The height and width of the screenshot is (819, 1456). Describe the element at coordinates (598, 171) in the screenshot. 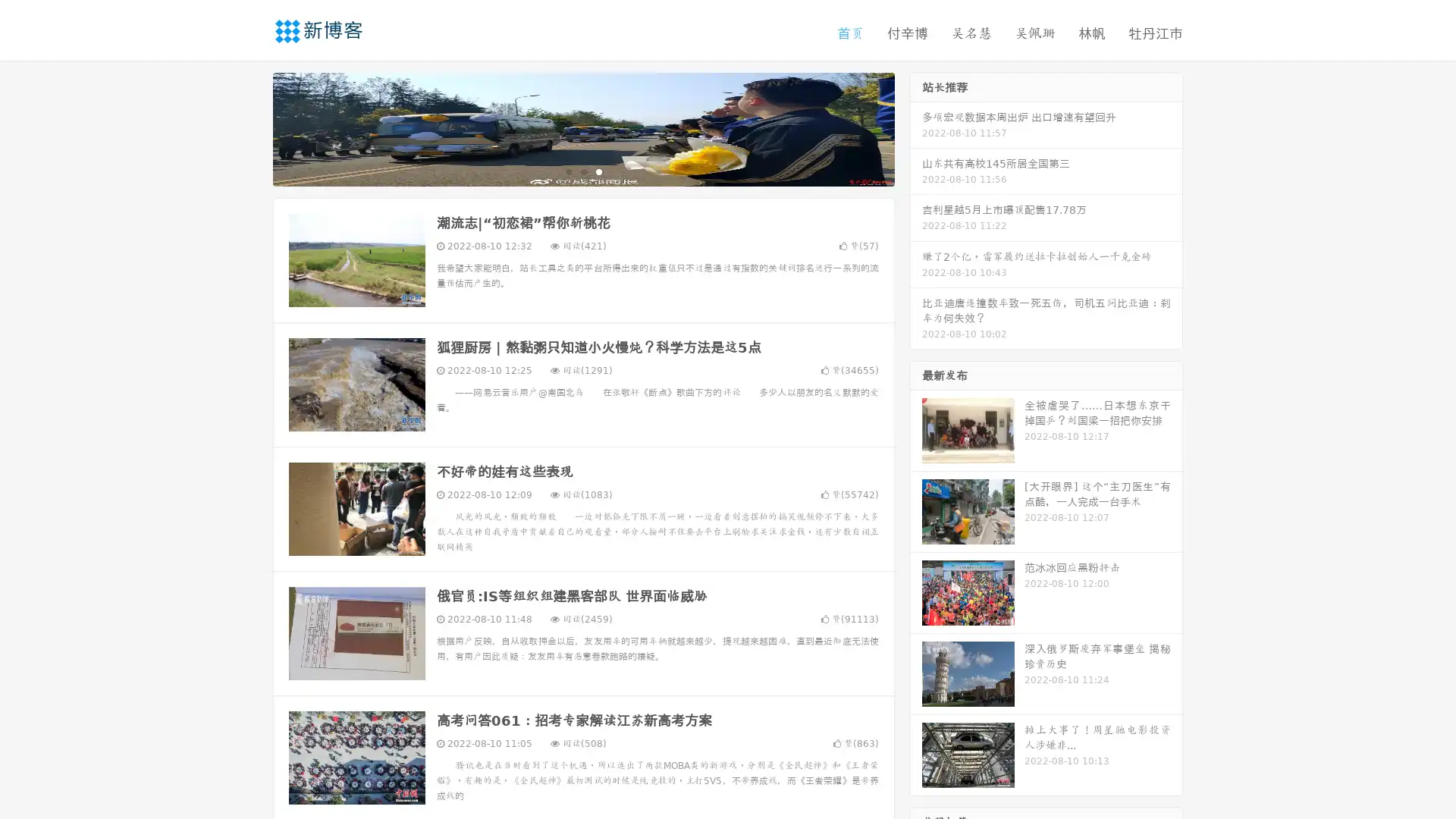

I see `Go to slide 3` at that location.